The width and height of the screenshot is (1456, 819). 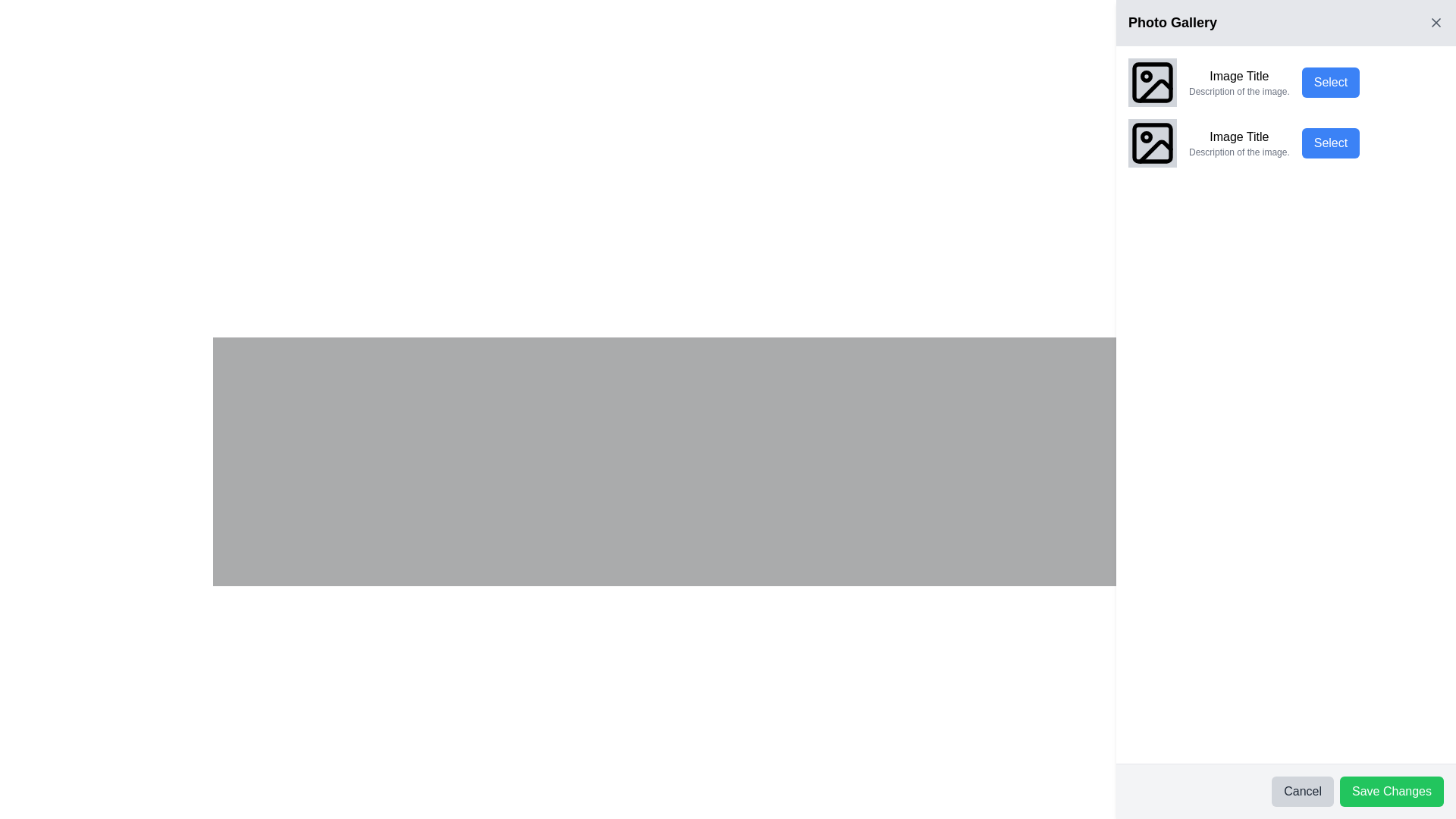 I want to click on the diagonal cross (X) icon located in the top-right corner of the interface, which is part of an SVG element with the 'lucide' class, so click(x=1436, y=23).